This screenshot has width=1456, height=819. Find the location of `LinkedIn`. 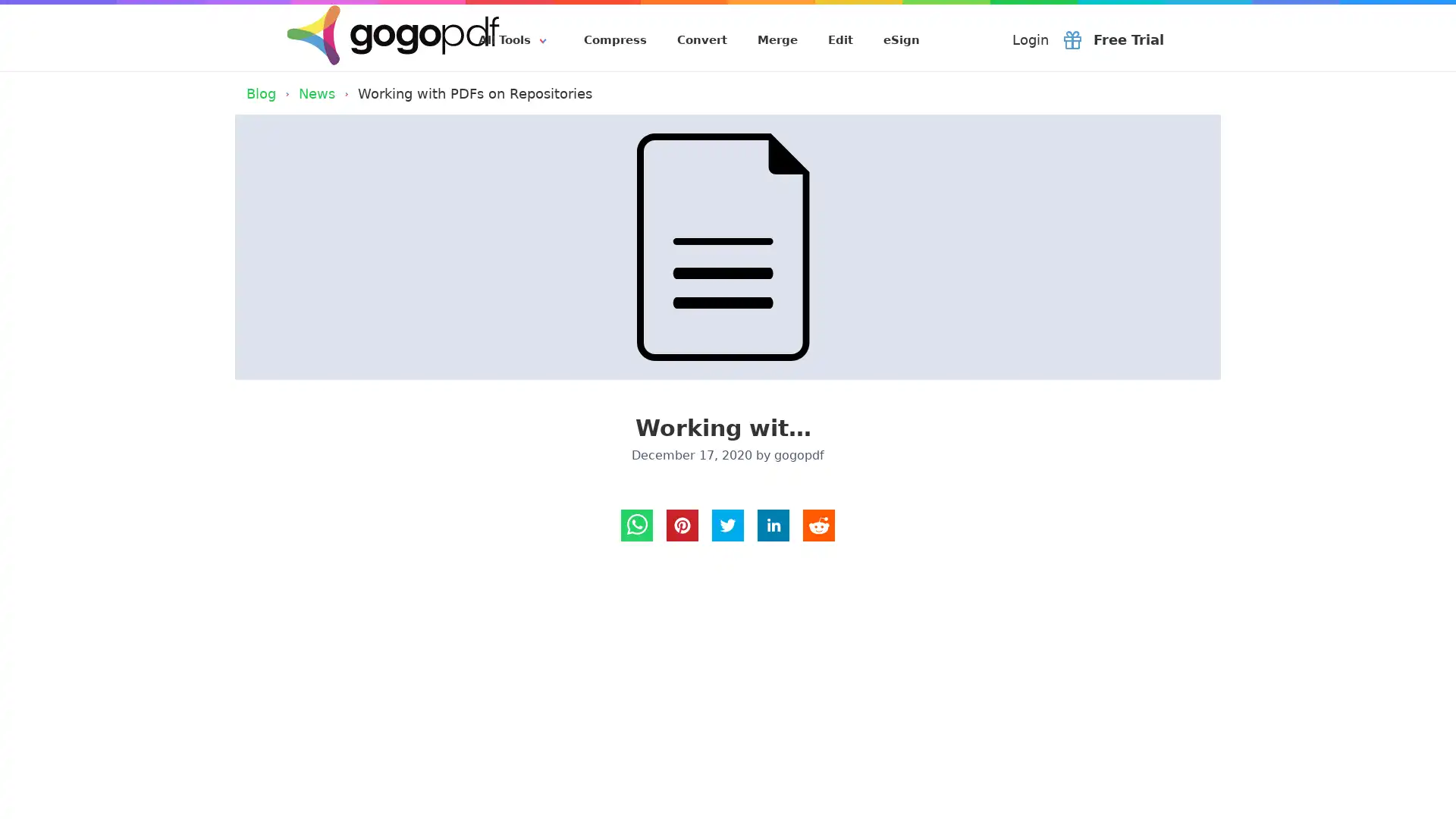

LinkedIn is located at coordinates (773, 525).